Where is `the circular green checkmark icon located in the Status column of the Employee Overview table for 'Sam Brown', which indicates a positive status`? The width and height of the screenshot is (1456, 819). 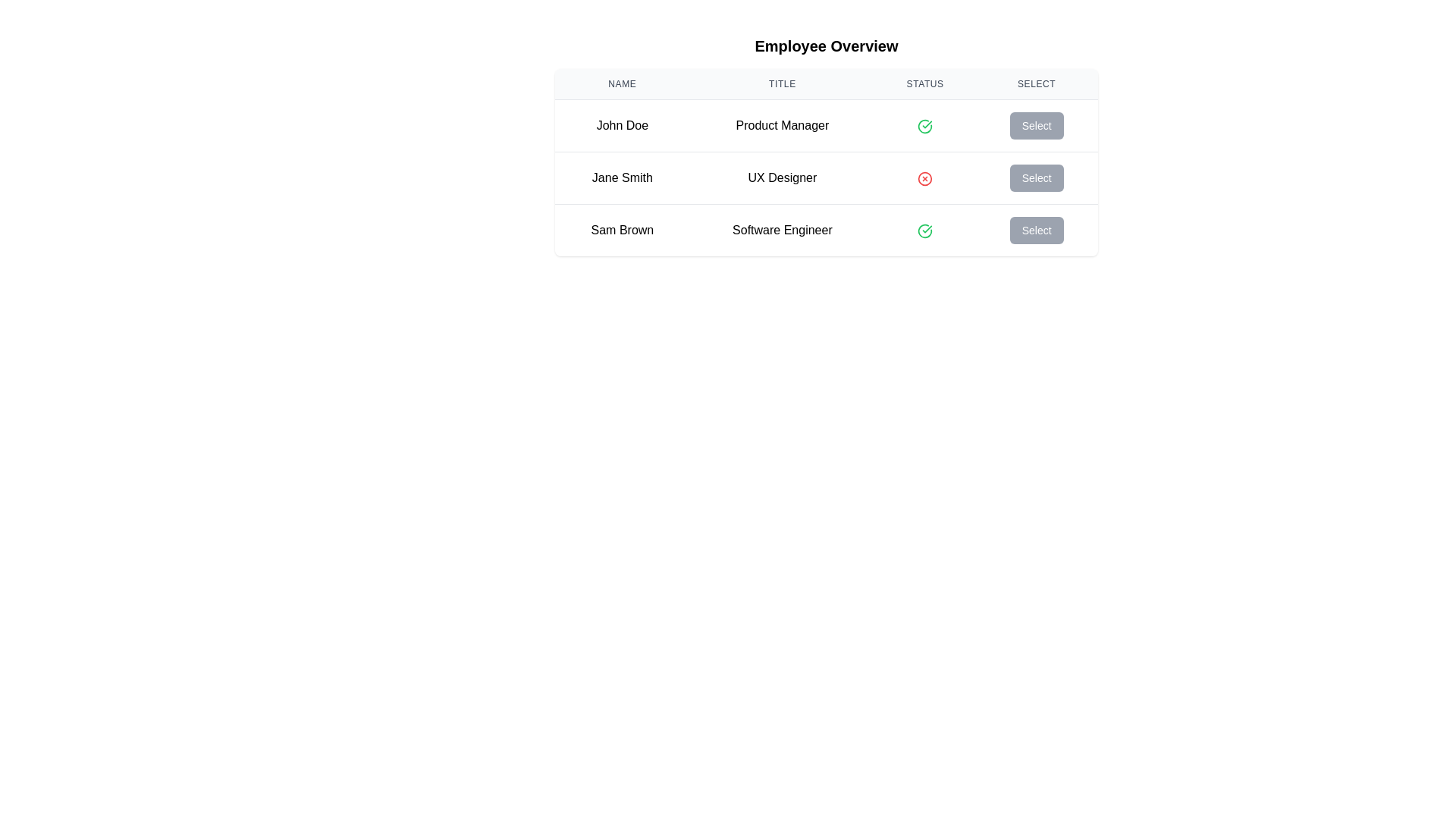 the circular green checkmark icon located in the Status column of the Employee Overview table for 'Sam Brown', which indicates a positive status is located at coordinates (924, 231).